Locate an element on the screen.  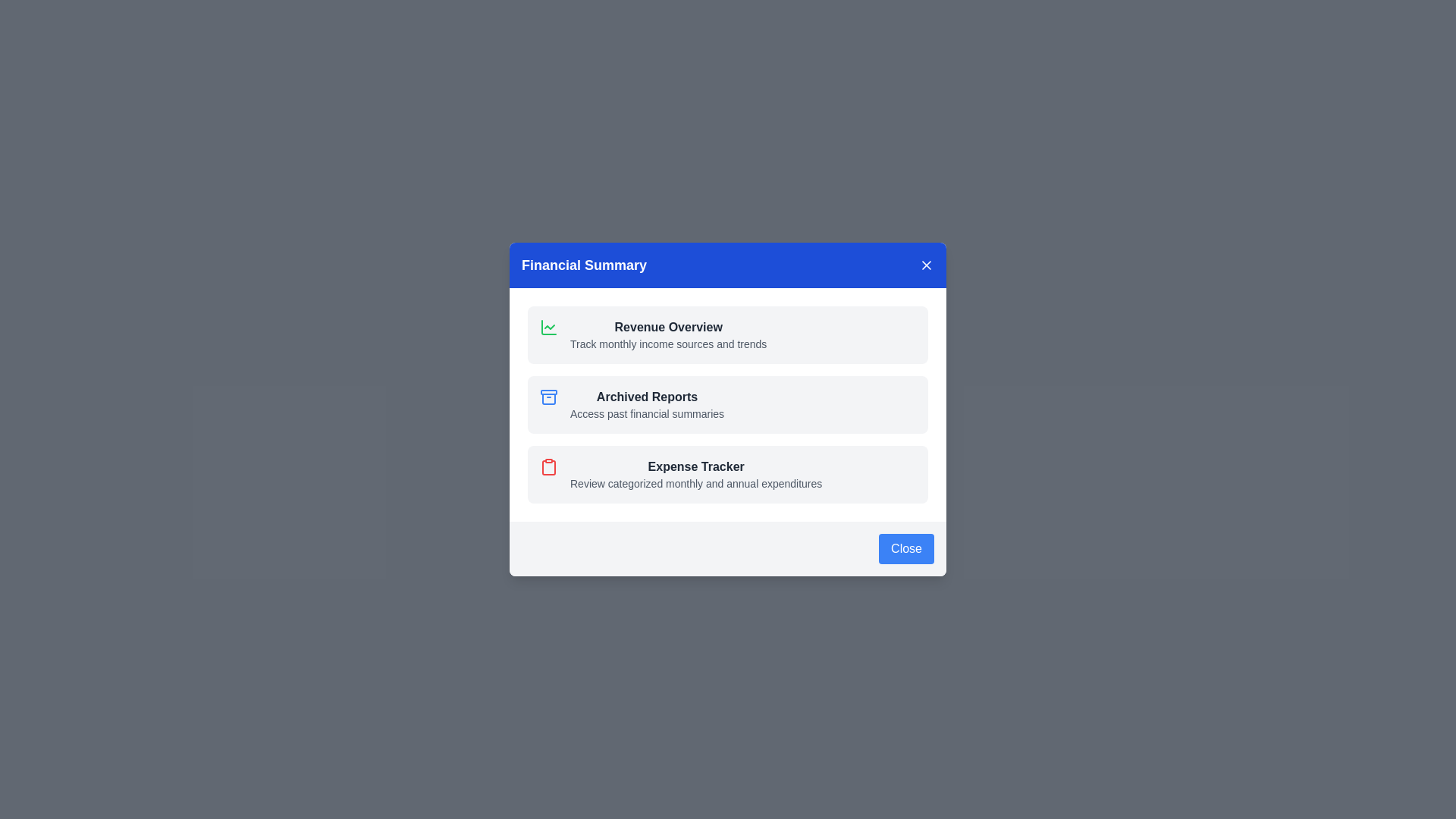
the 'Close' button to close the dialog is located at coordinates (906, 549).